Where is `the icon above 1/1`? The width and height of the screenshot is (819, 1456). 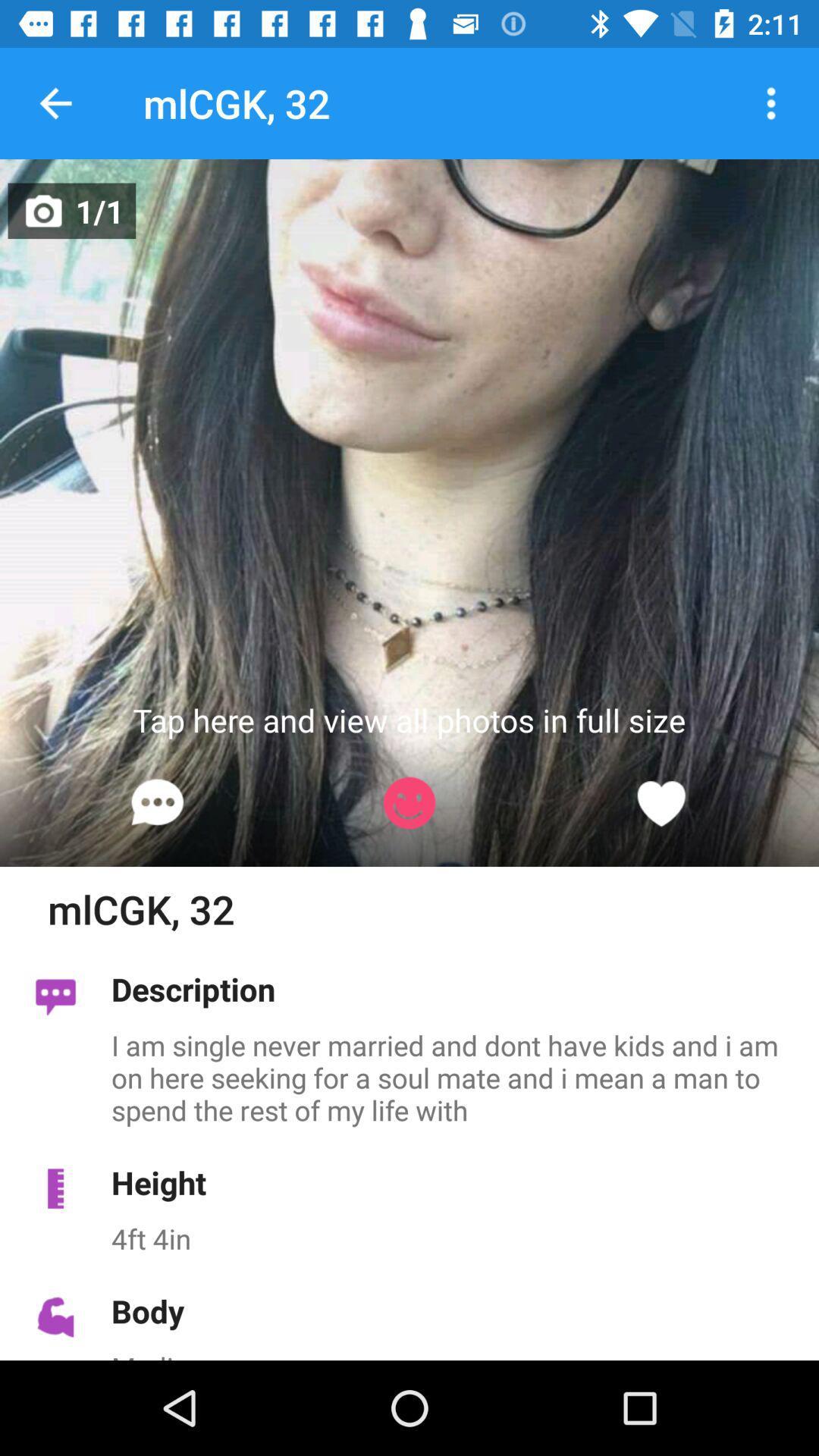 the icon above 1/1 is located at coordinates (55, 102).